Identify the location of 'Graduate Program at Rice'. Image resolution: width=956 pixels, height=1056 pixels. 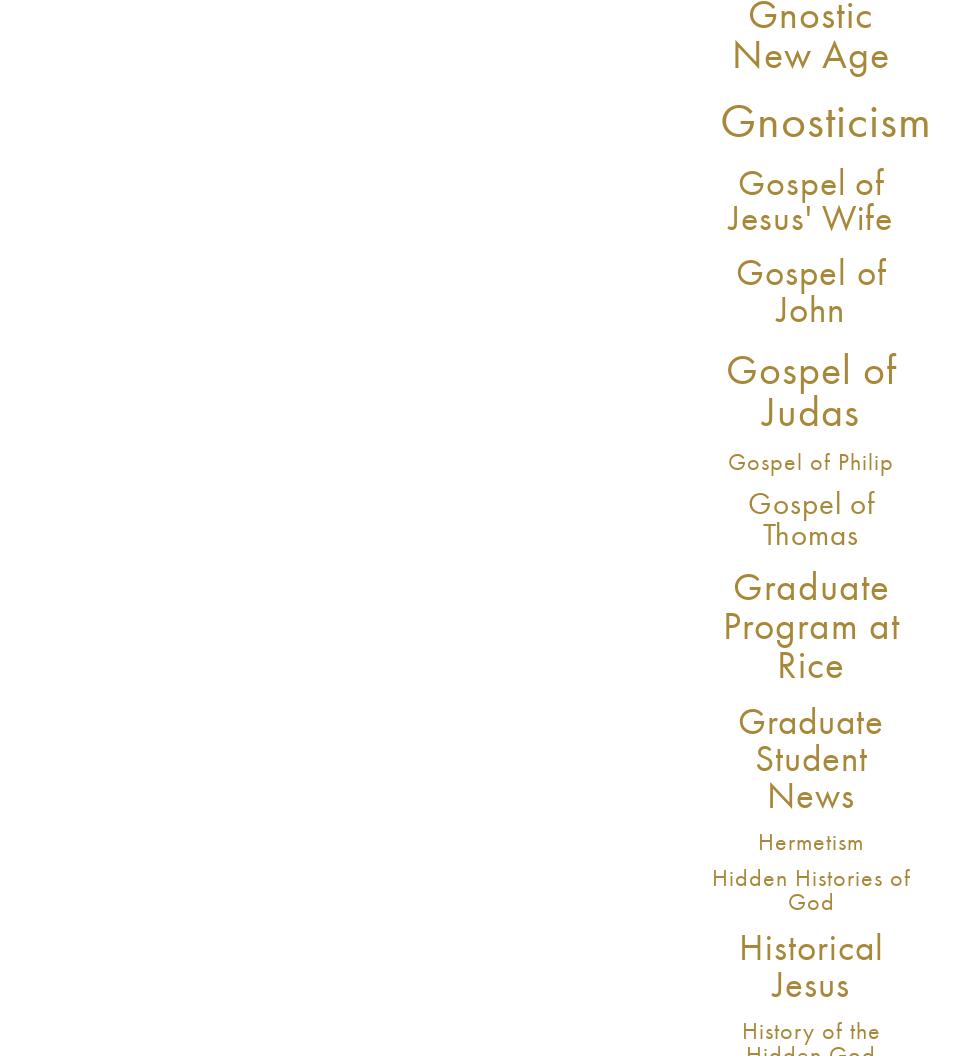
(720, 624).